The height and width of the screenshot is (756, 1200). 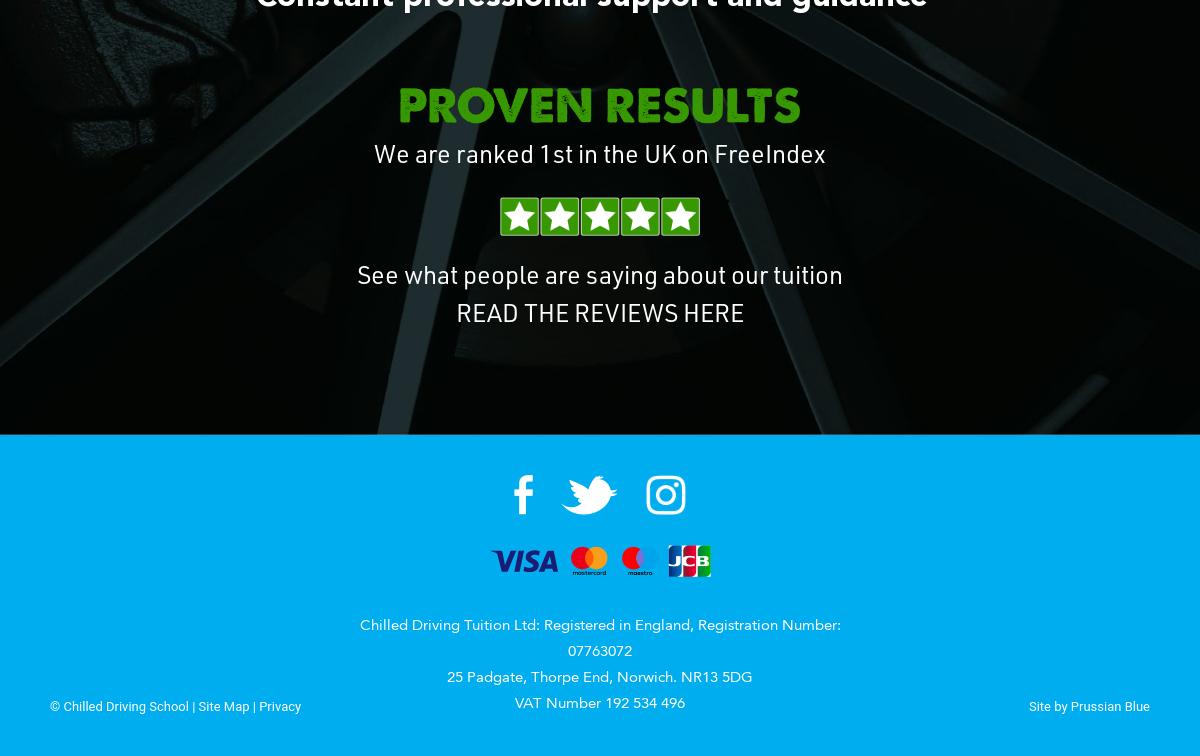 What do you see at coordinates (600, 315) in the screenshot?
I see `'READ THE REVIEWS HERE'` at bounding box center [600, 315].